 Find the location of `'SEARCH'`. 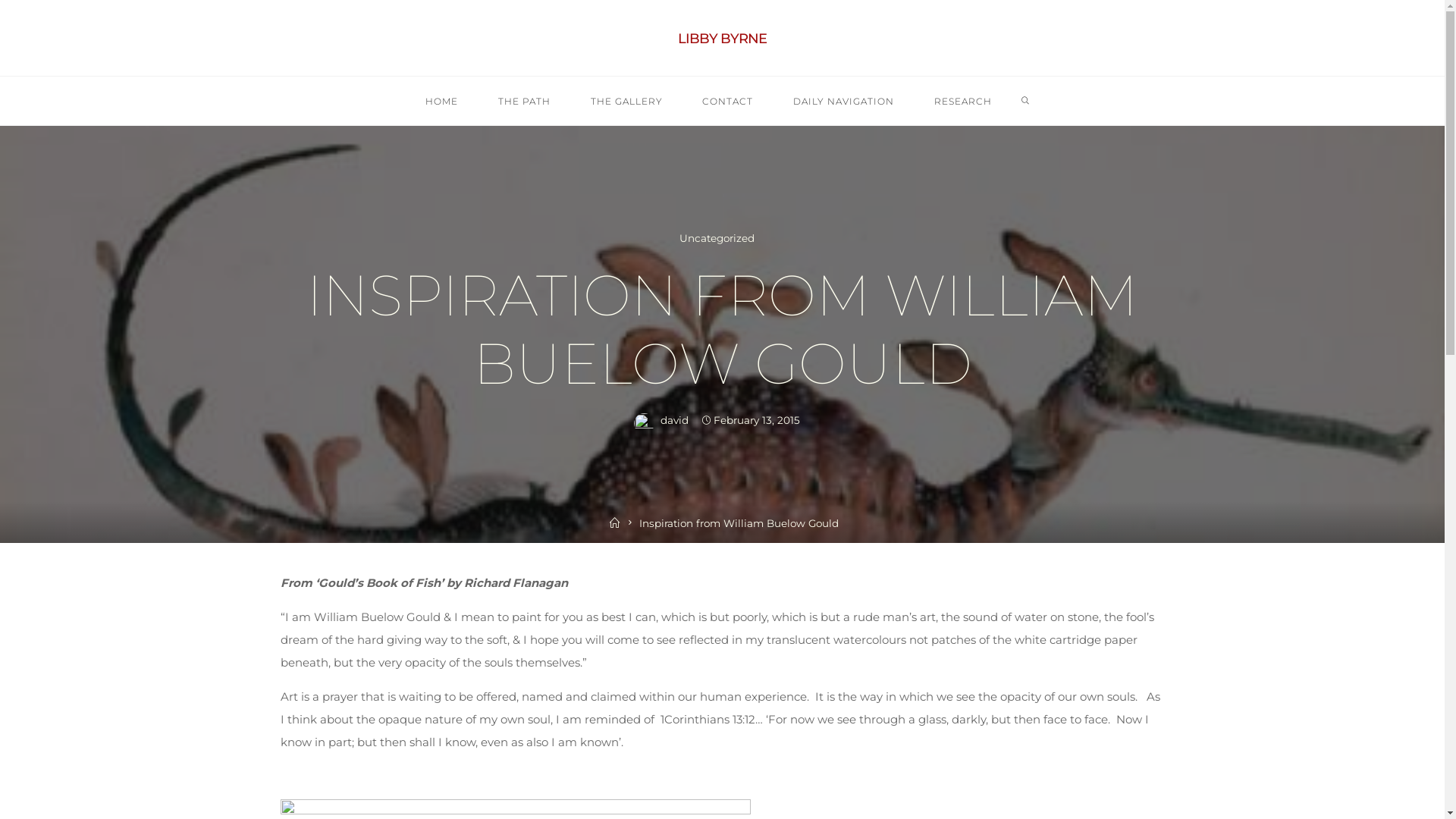

'SEARCH' is located at coordinates (1015, 101).